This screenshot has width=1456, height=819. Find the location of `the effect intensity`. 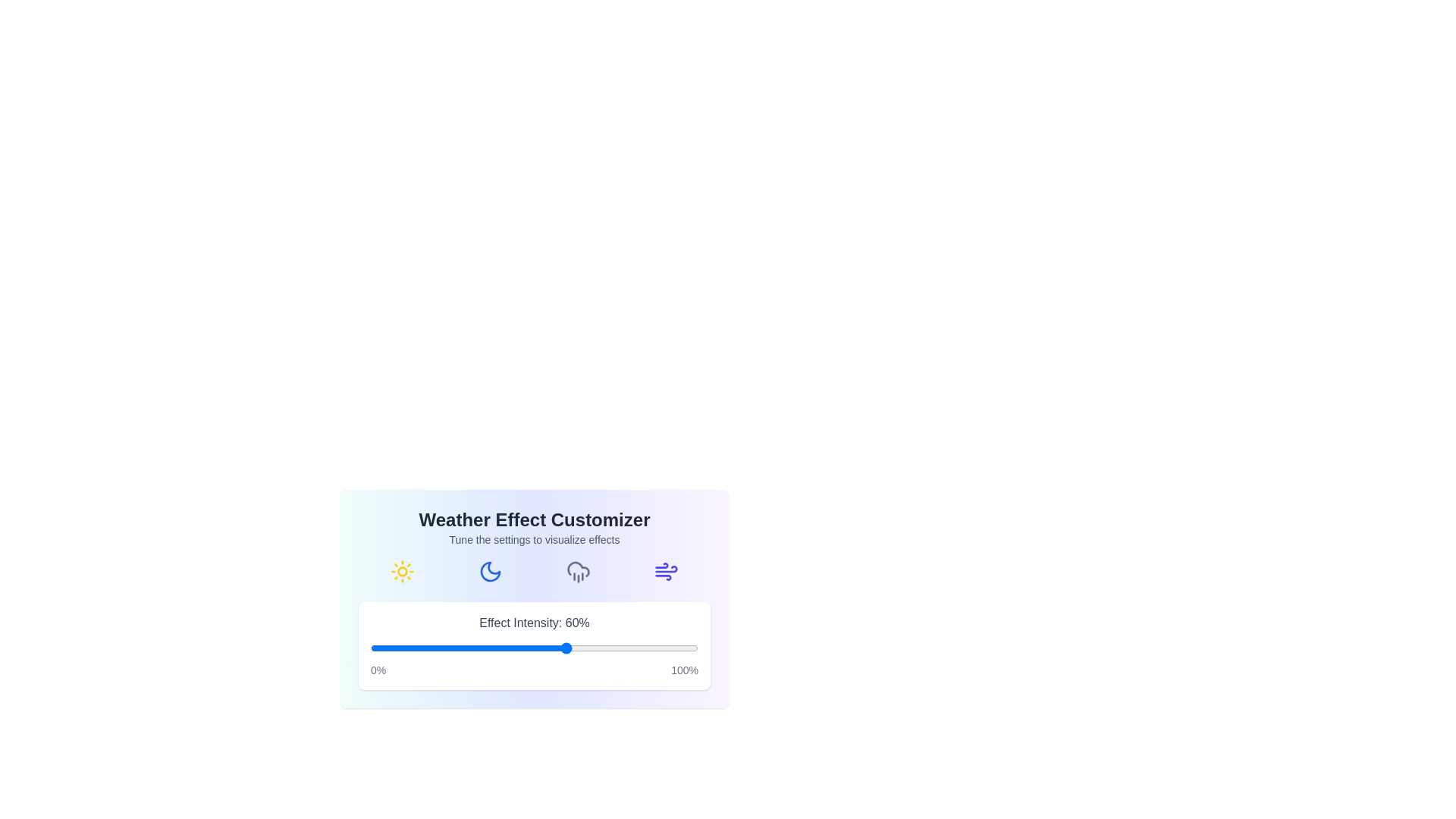

the effect intensity is located at coordinates (659, 648).